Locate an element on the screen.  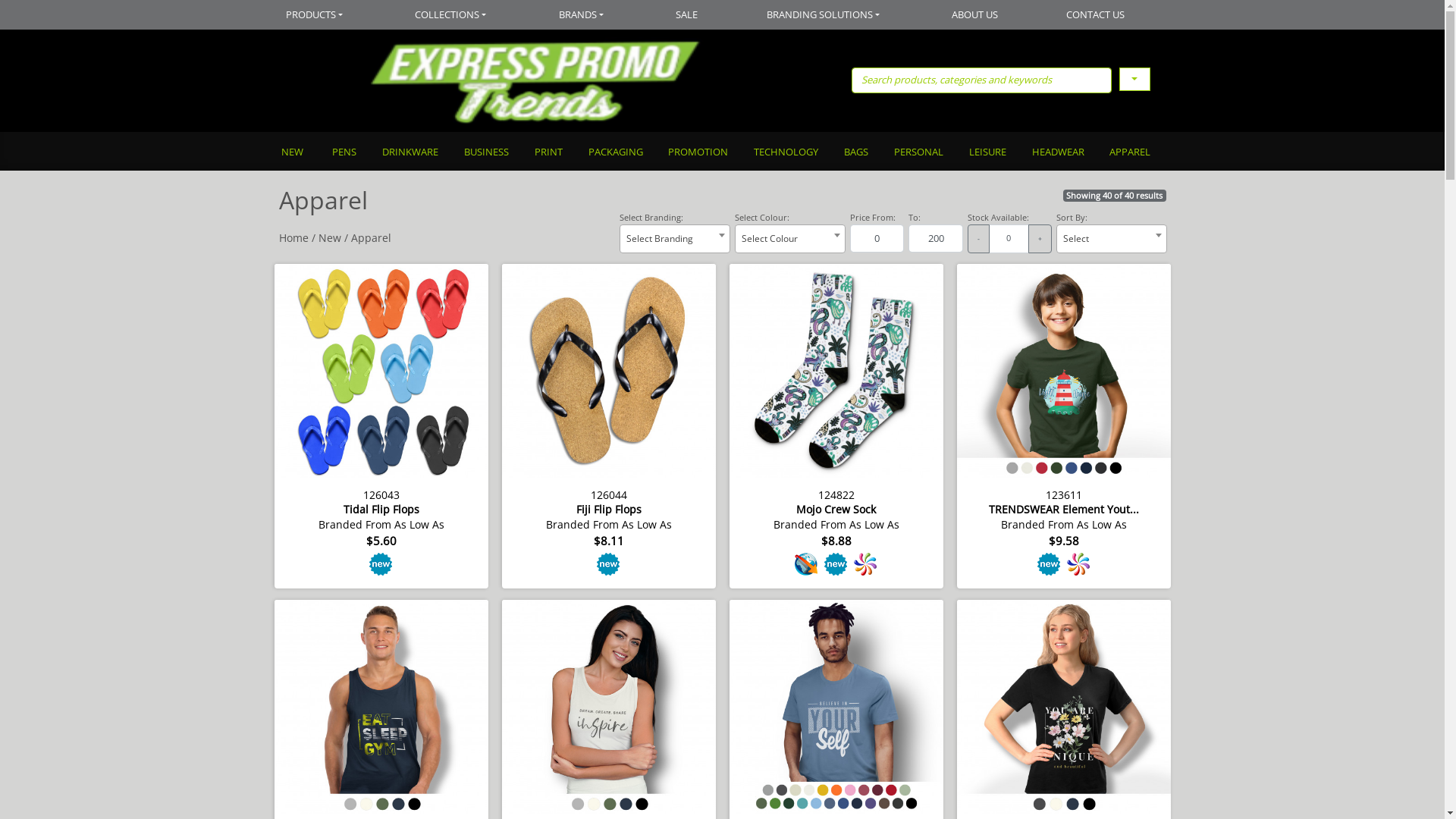
'SALE' is located at coordinates (642, 14).